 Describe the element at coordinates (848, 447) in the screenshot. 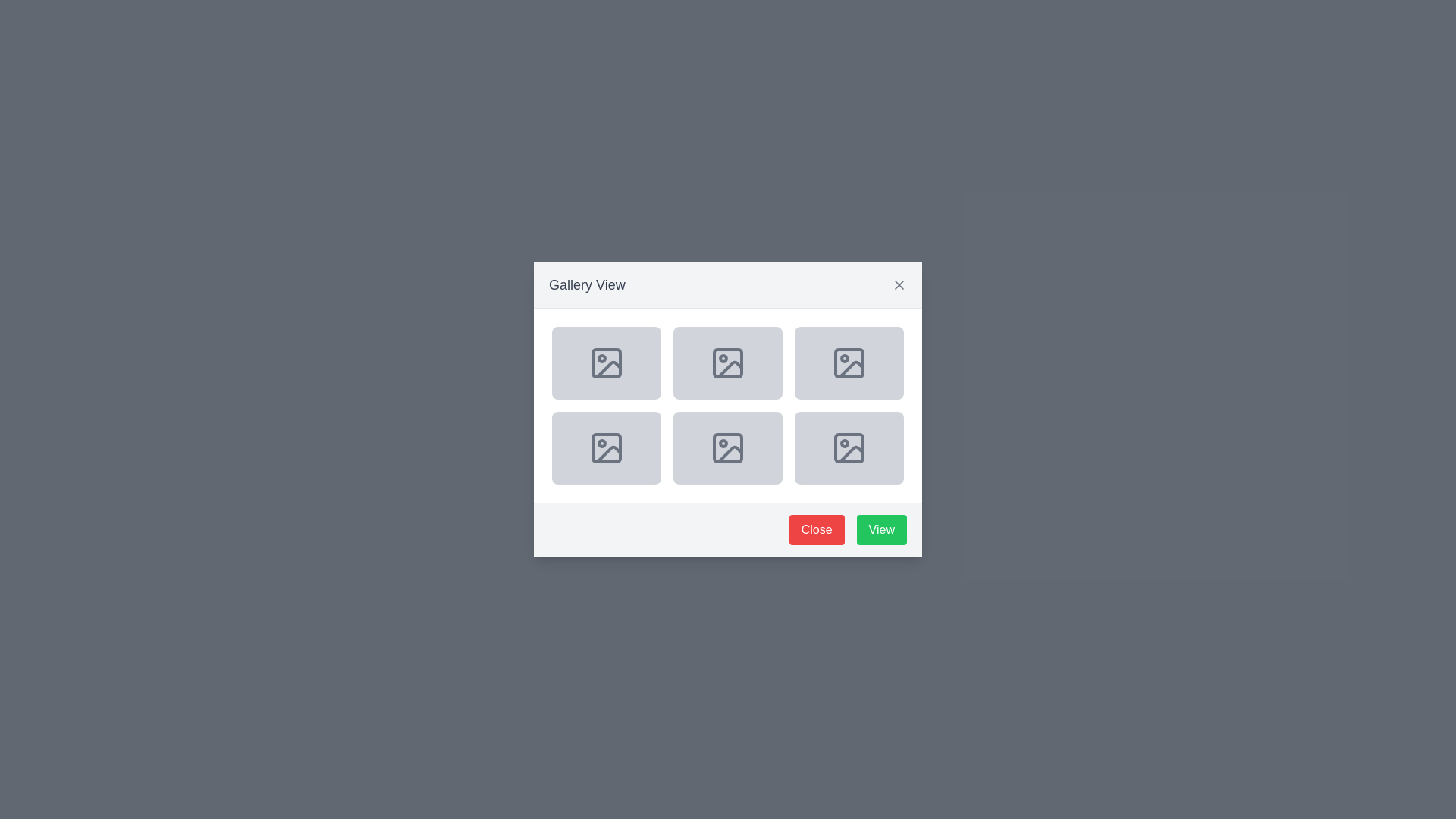

I see `Decorative UI Component that serves as part of an image placeholder, located at the bottom-right corner of the second row in the gallery view grid, specifically the third icon in its row` at that location.